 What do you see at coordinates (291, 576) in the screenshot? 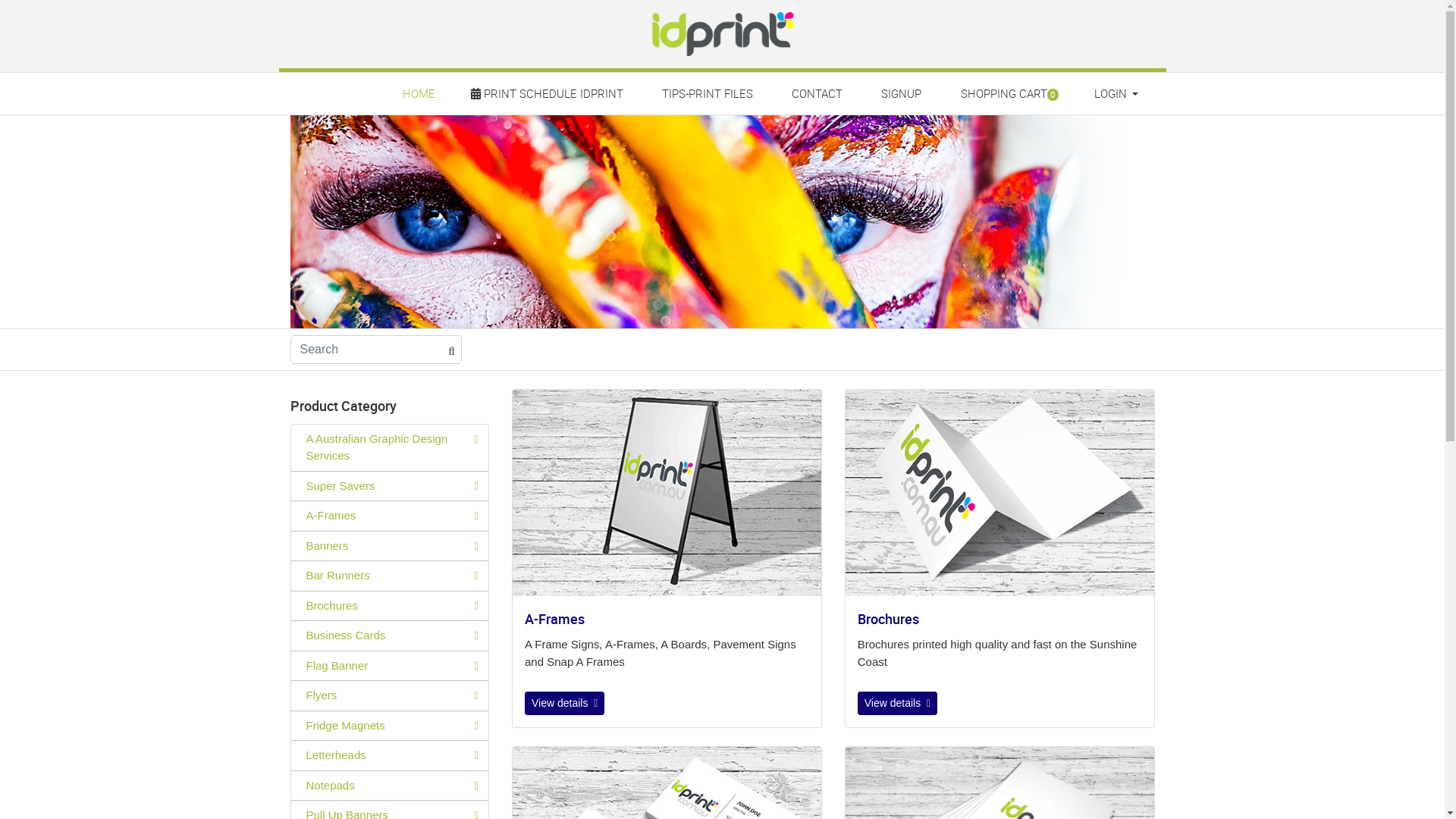
I see `'Bar Runners'` at bounding box center [291, 576].